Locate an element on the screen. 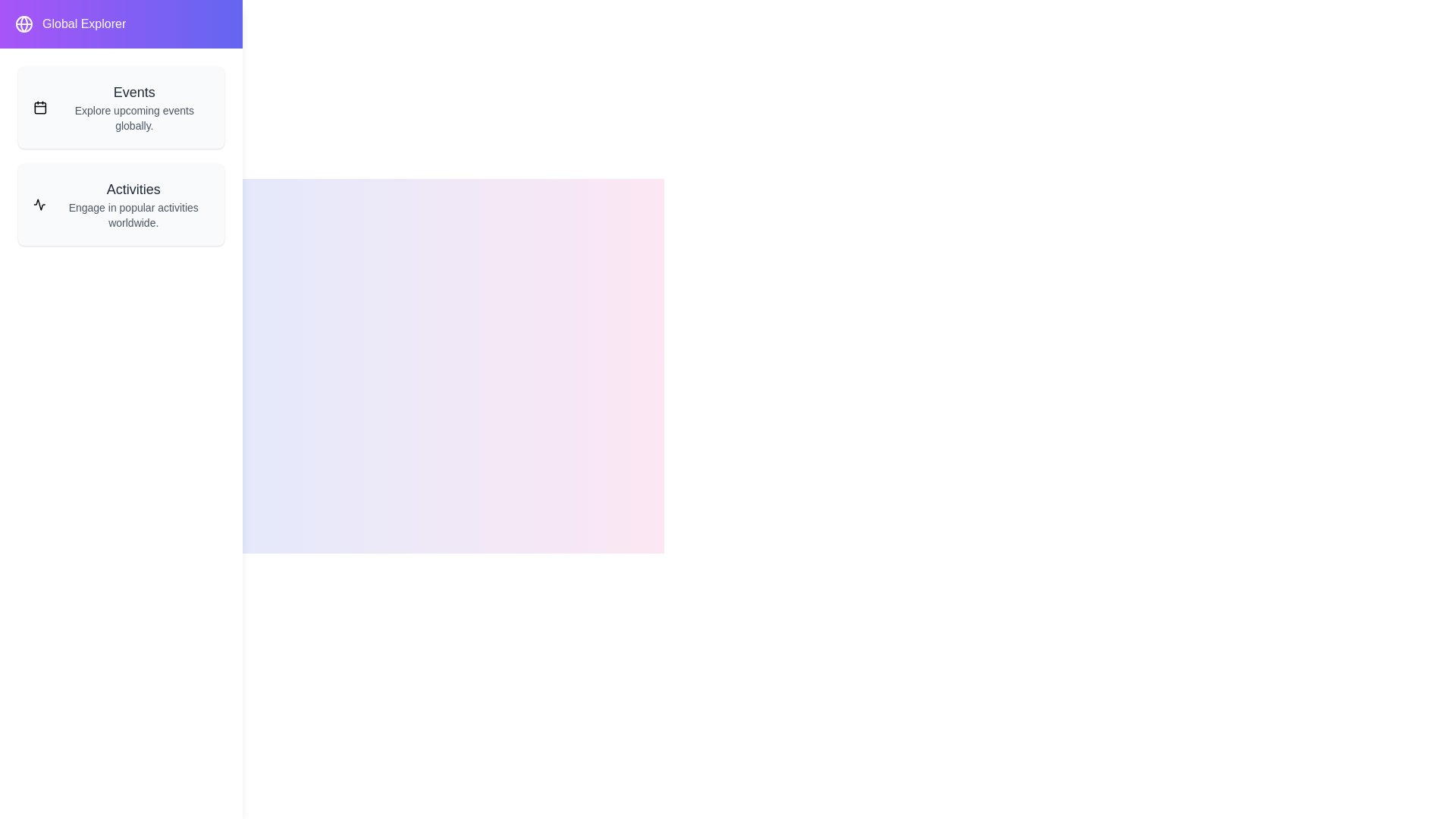 This screenshot has width=1456, height=819. the button at the top-left corner to toggle the drawer's visibility is located at coordinates (33, 33).